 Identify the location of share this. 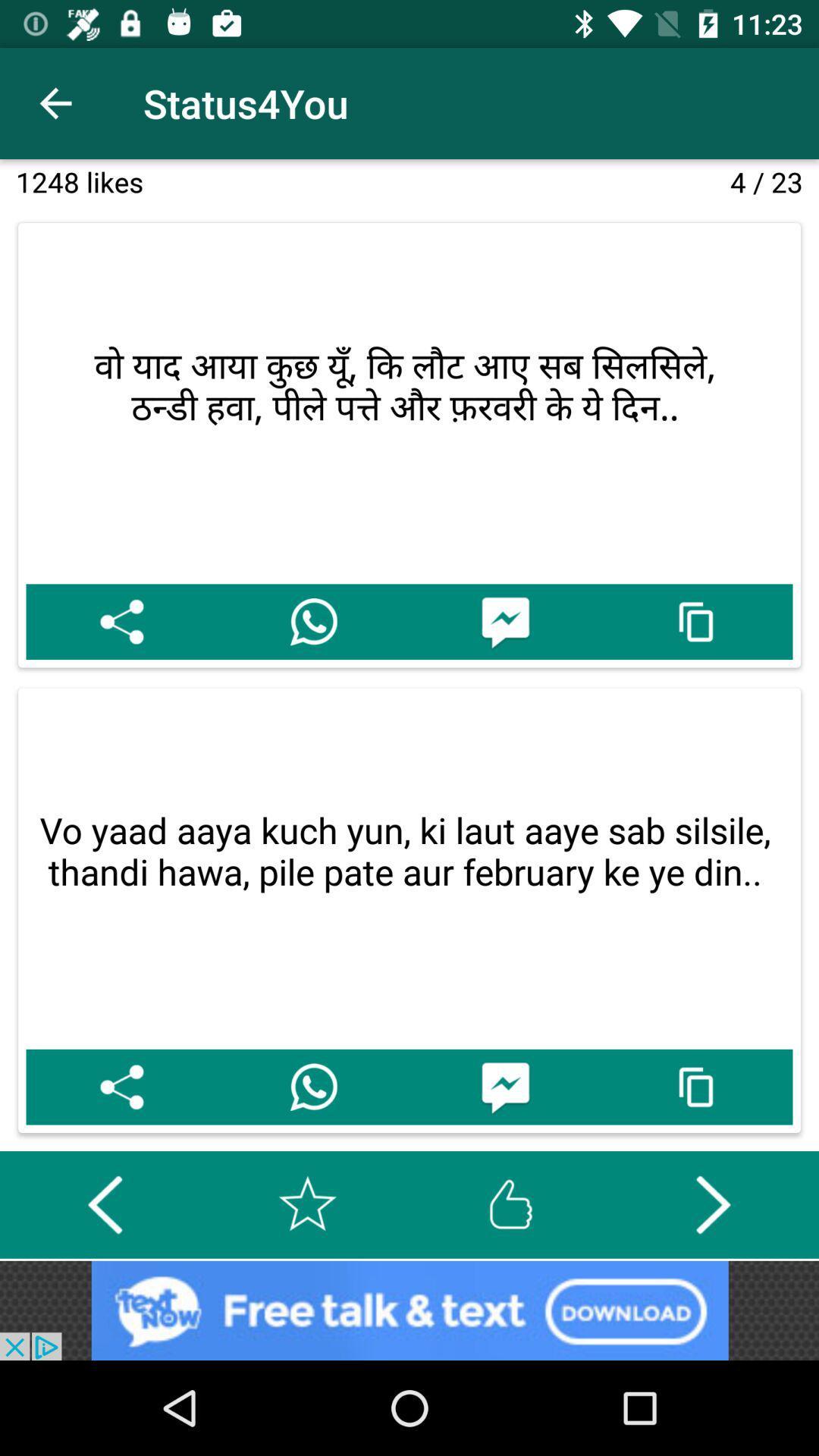
(121, 622).